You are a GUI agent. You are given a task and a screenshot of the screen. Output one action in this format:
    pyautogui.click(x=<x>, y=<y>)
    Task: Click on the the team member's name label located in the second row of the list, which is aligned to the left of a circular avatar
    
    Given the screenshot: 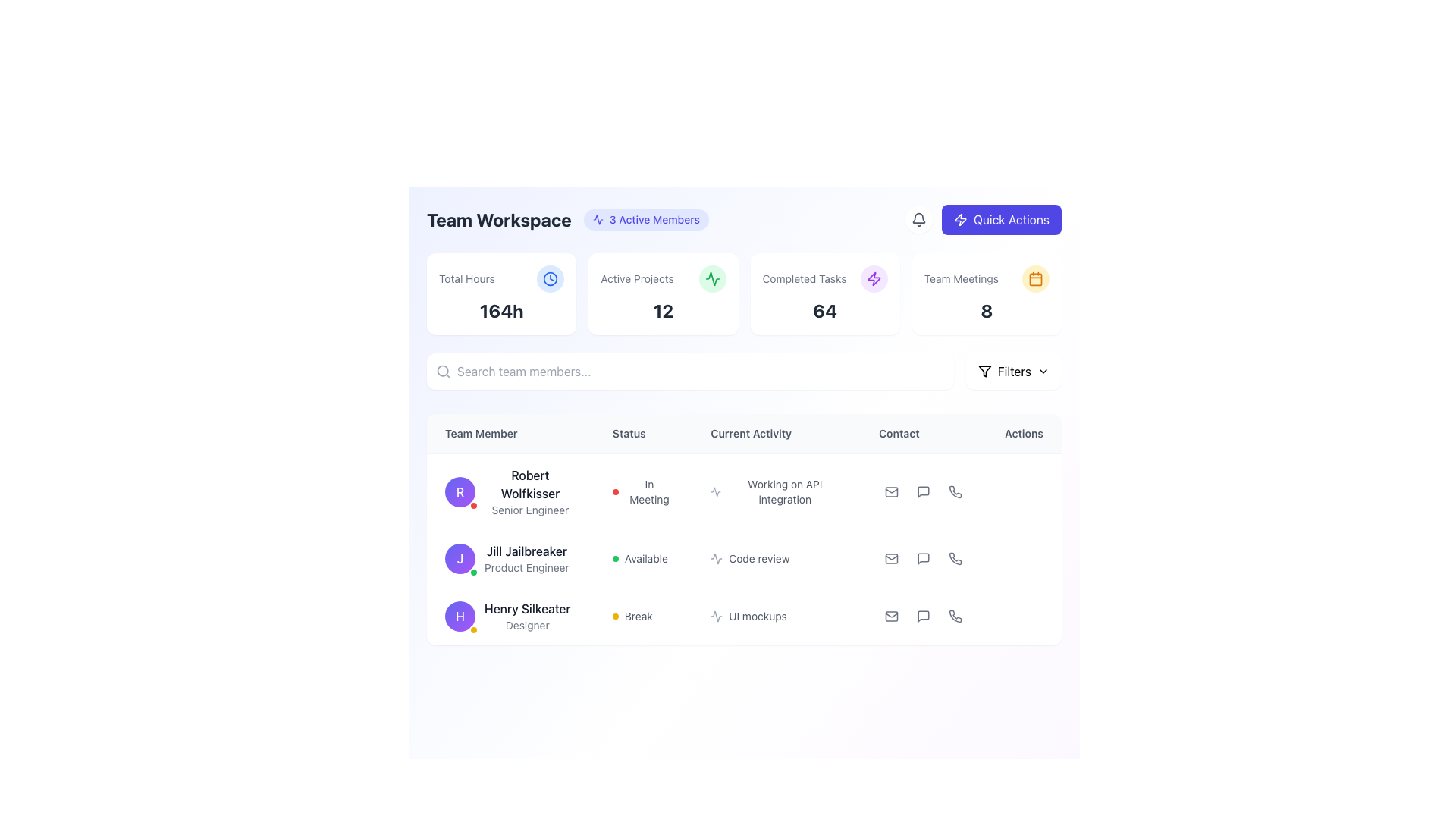 What is the action you would take?
    pyautogui.click(x=526, y=551)
    